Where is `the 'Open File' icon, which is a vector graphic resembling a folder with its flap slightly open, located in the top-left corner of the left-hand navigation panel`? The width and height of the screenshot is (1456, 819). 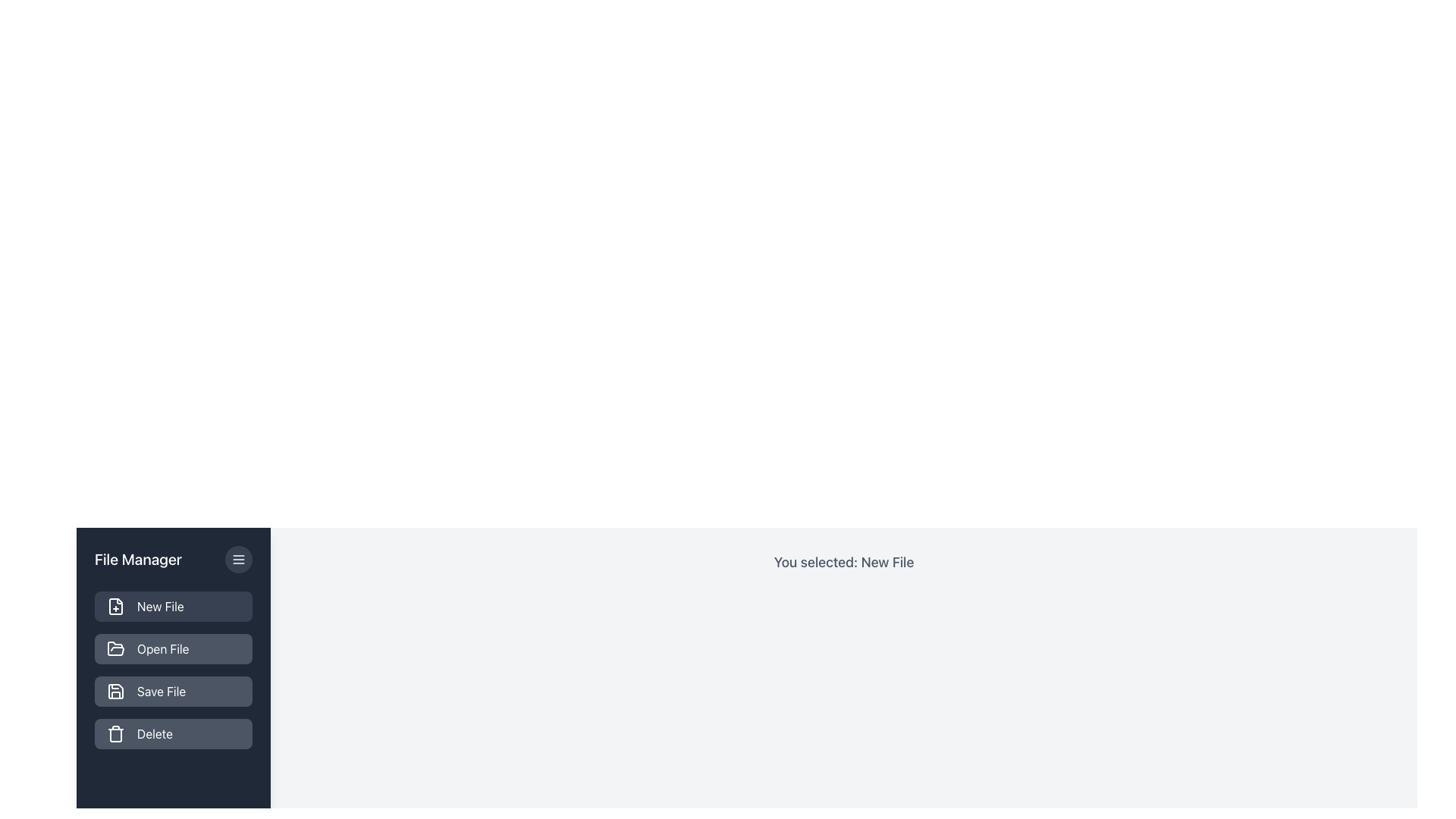
the 'Open File' icon, which is a vector graphic resembling a folder with its flap slightly open, located in the top-left corner of the left-hand navigation panel is located at coordinates (115, 648).